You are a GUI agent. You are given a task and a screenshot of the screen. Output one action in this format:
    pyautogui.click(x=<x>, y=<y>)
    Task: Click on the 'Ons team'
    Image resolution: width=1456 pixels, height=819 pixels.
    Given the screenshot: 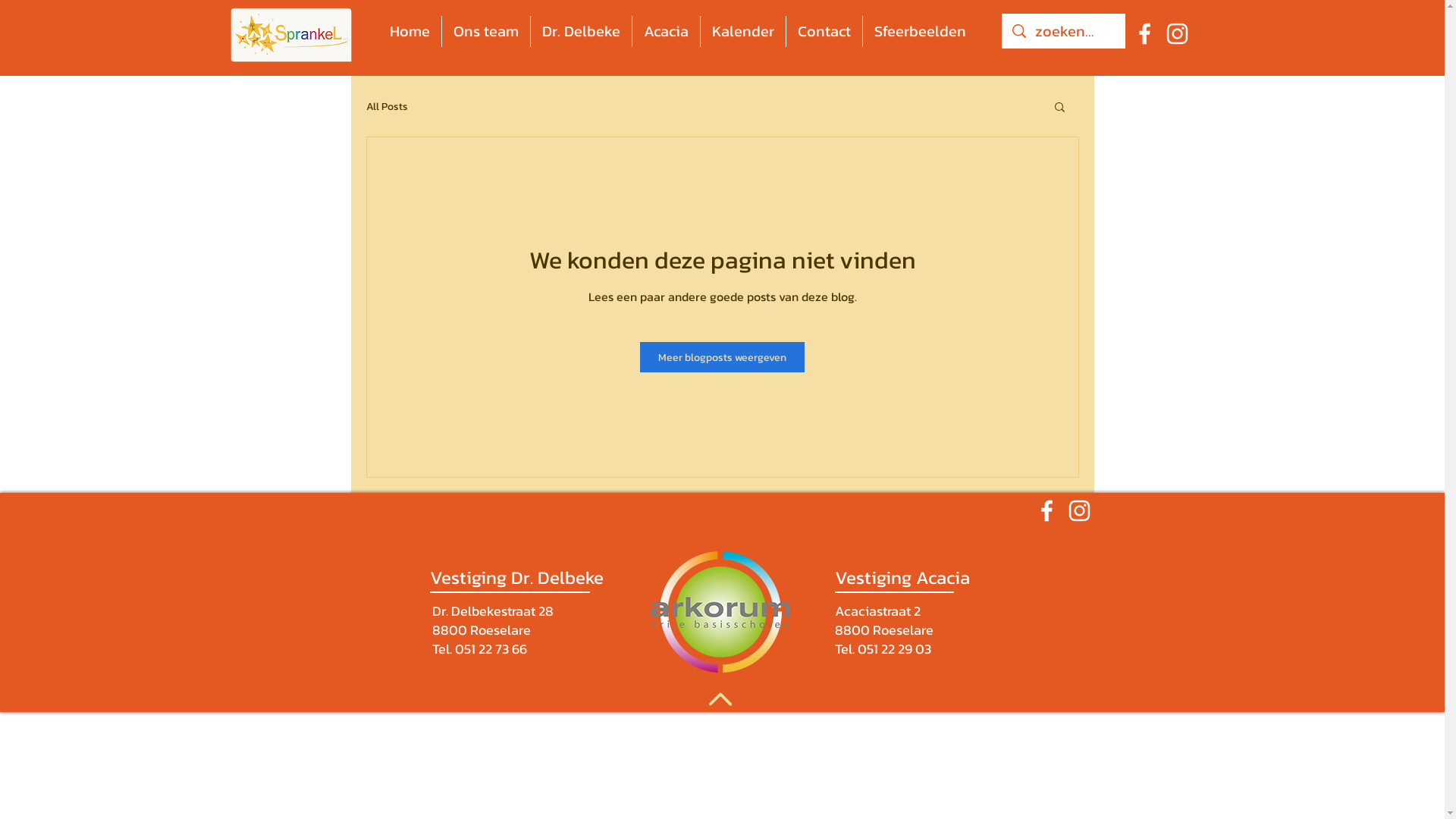 What is the action you would take?
    pyautogui.click(x=486, y=31)
    